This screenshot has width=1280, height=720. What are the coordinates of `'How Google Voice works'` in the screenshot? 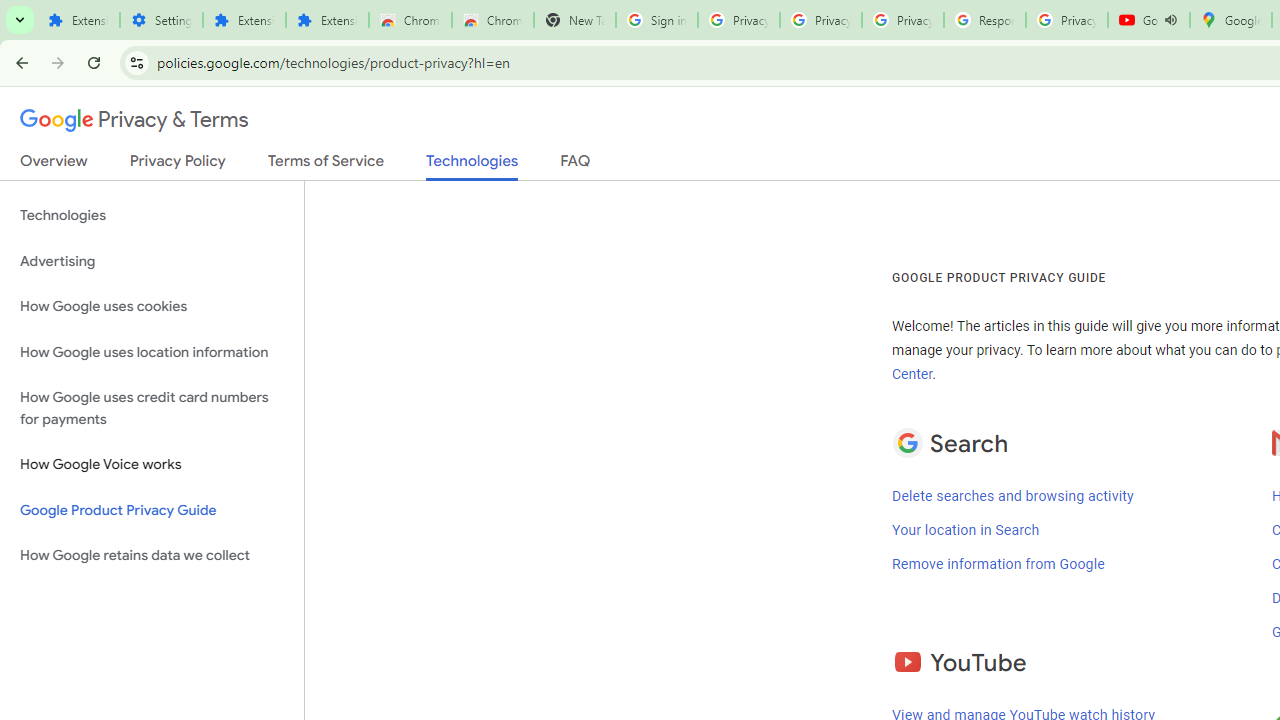 It's located at (151, 465).